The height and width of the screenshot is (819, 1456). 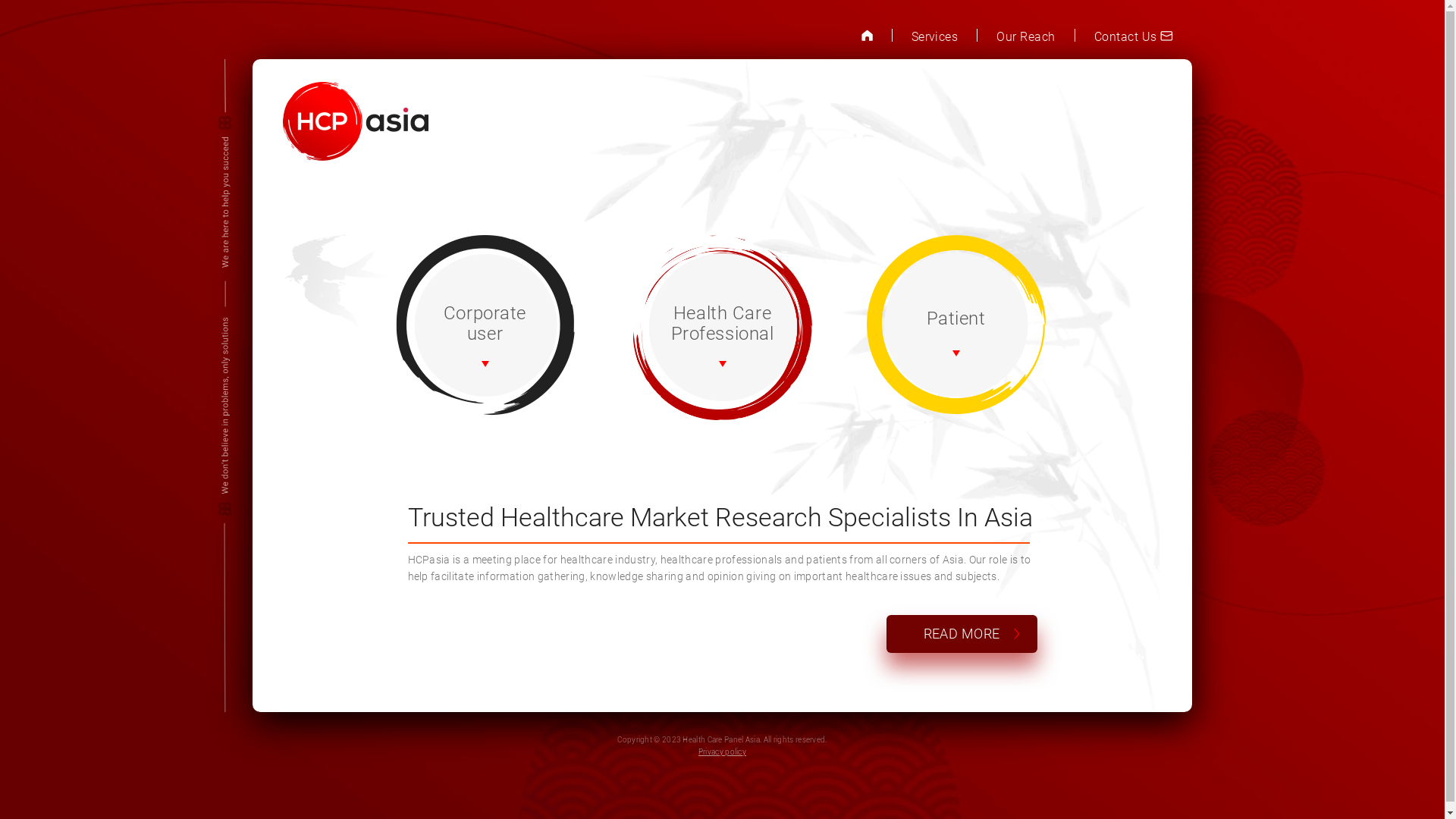 I want to click on 'Services', so click(x=910, y=36).